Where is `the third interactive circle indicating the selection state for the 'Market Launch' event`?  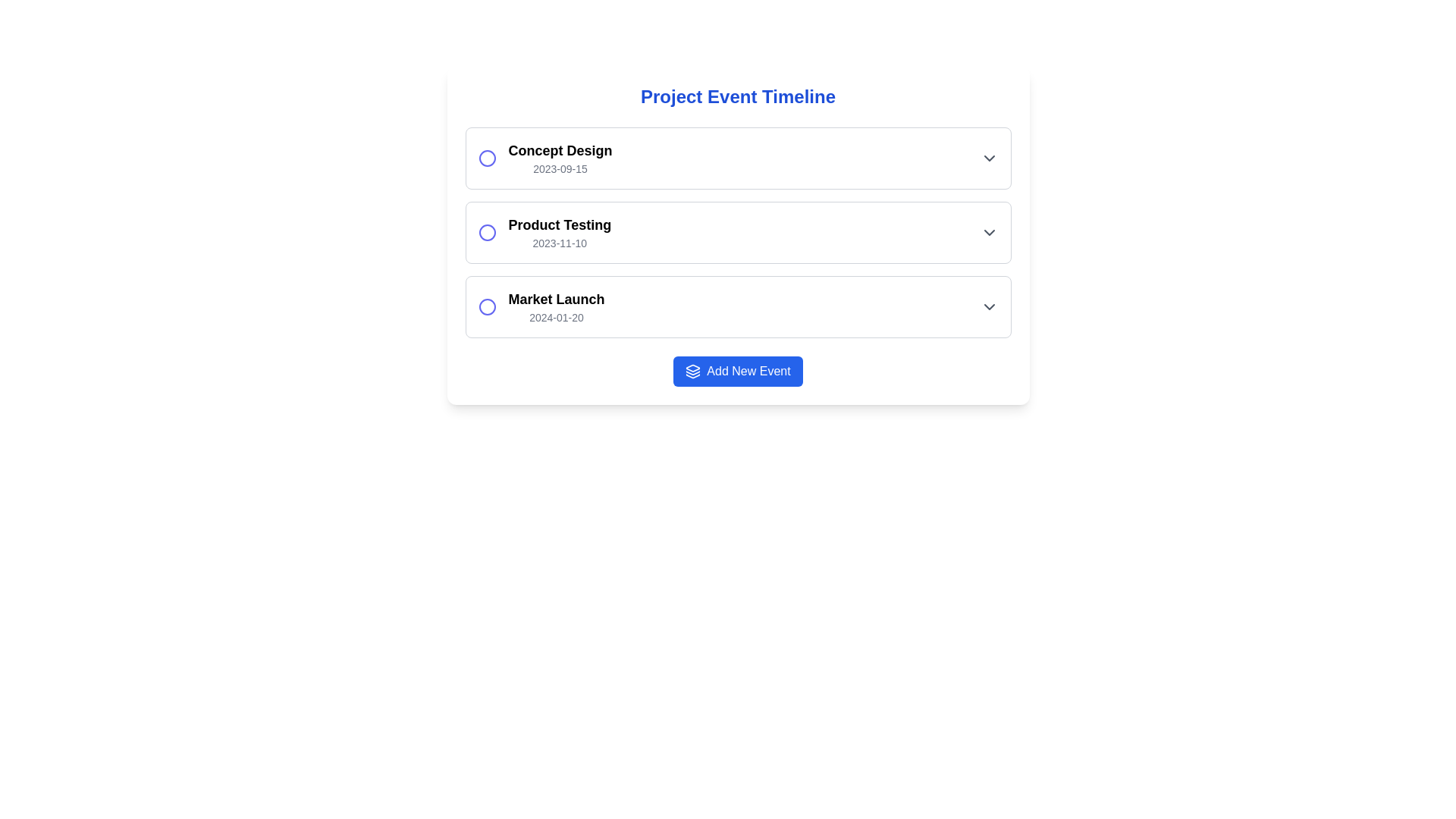
the third interactive circle indicating the selection state for the 'Market Launch' event is located at coordinates (487, 307).